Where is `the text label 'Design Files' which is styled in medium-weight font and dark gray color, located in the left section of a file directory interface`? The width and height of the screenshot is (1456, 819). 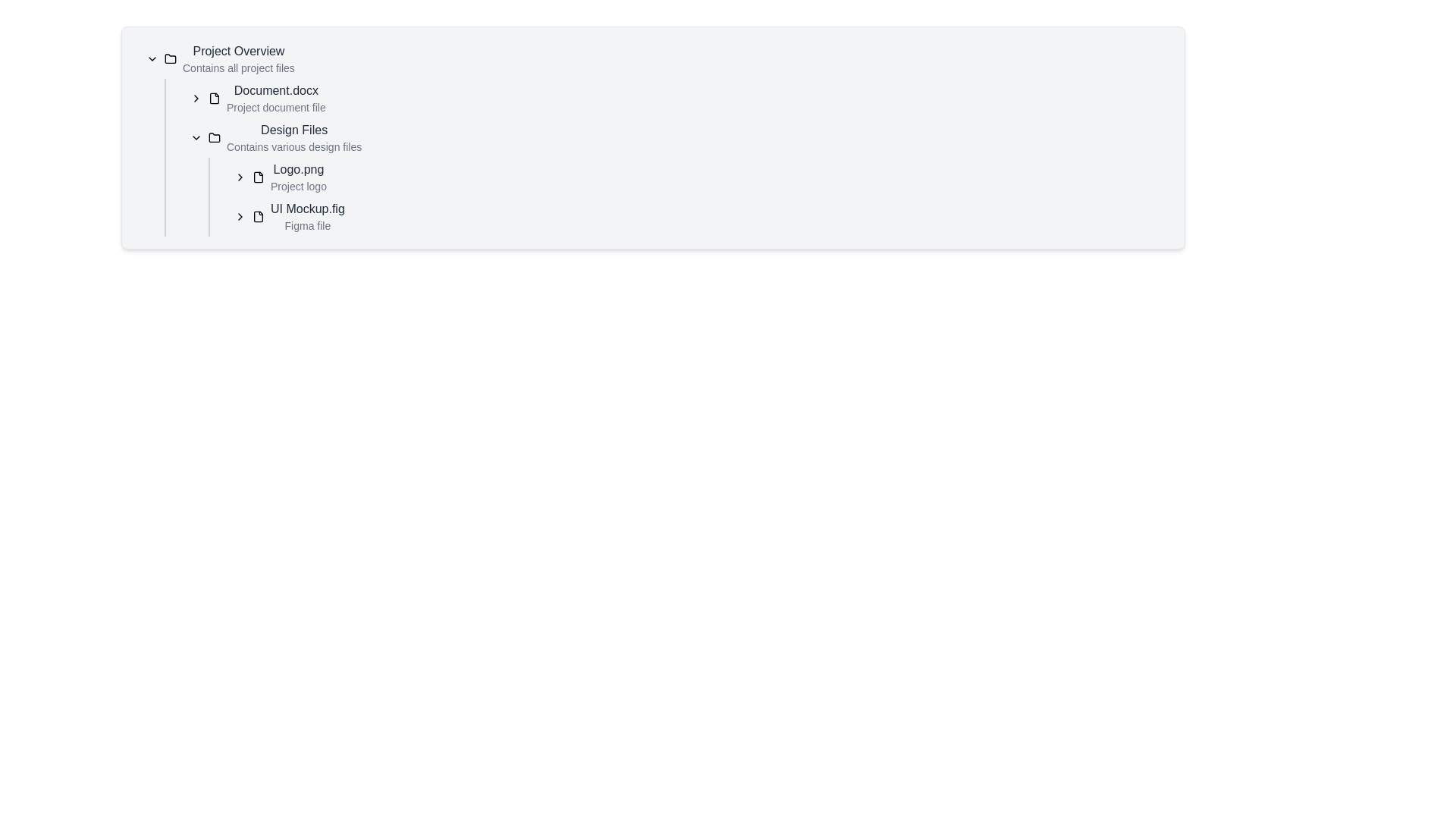 the text label 'Design Files' which is styled in medium-weight font and dark gray color, located in the left section of a file directory interface is located at coordinates (294, 130).